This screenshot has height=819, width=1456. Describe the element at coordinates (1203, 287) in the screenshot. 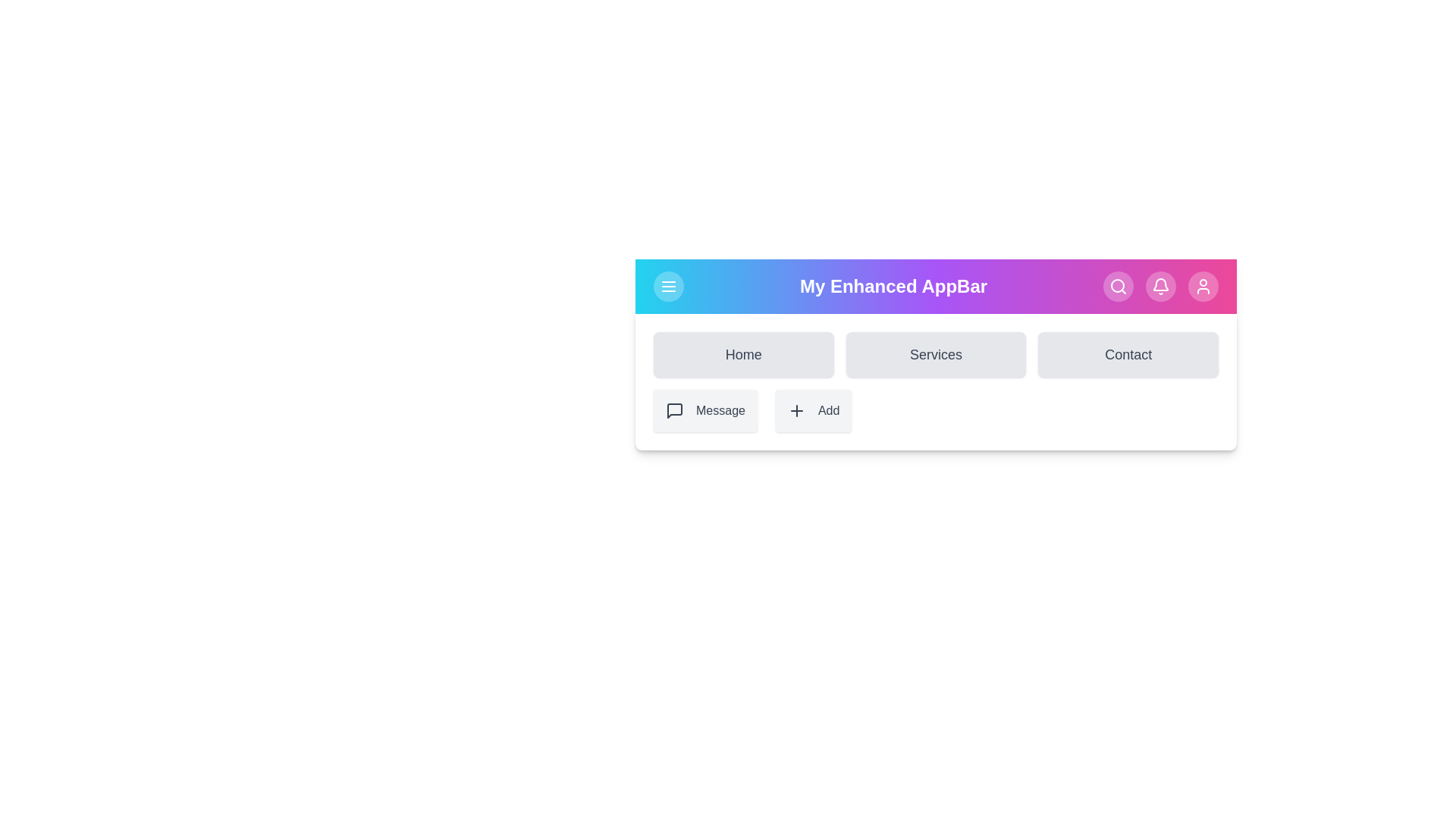

I see `the toolbar icon Profile to perform its associated action` at that location.